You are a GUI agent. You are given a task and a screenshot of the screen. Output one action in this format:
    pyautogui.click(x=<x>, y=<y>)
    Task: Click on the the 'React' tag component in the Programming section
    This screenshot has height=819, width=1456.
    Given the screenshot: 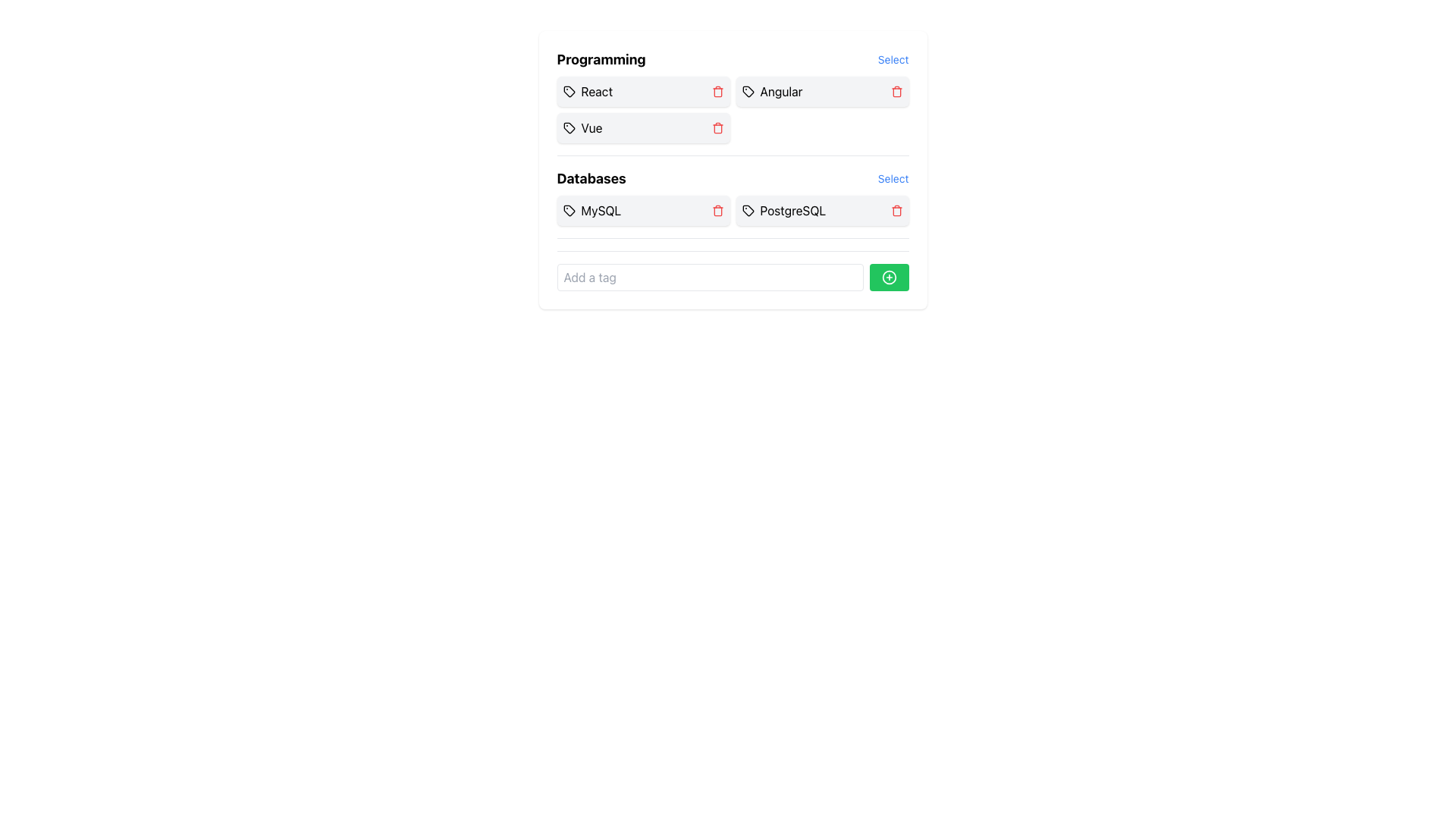 What is the action you would take?
    pyautogui.click(x=643, y=91)
    